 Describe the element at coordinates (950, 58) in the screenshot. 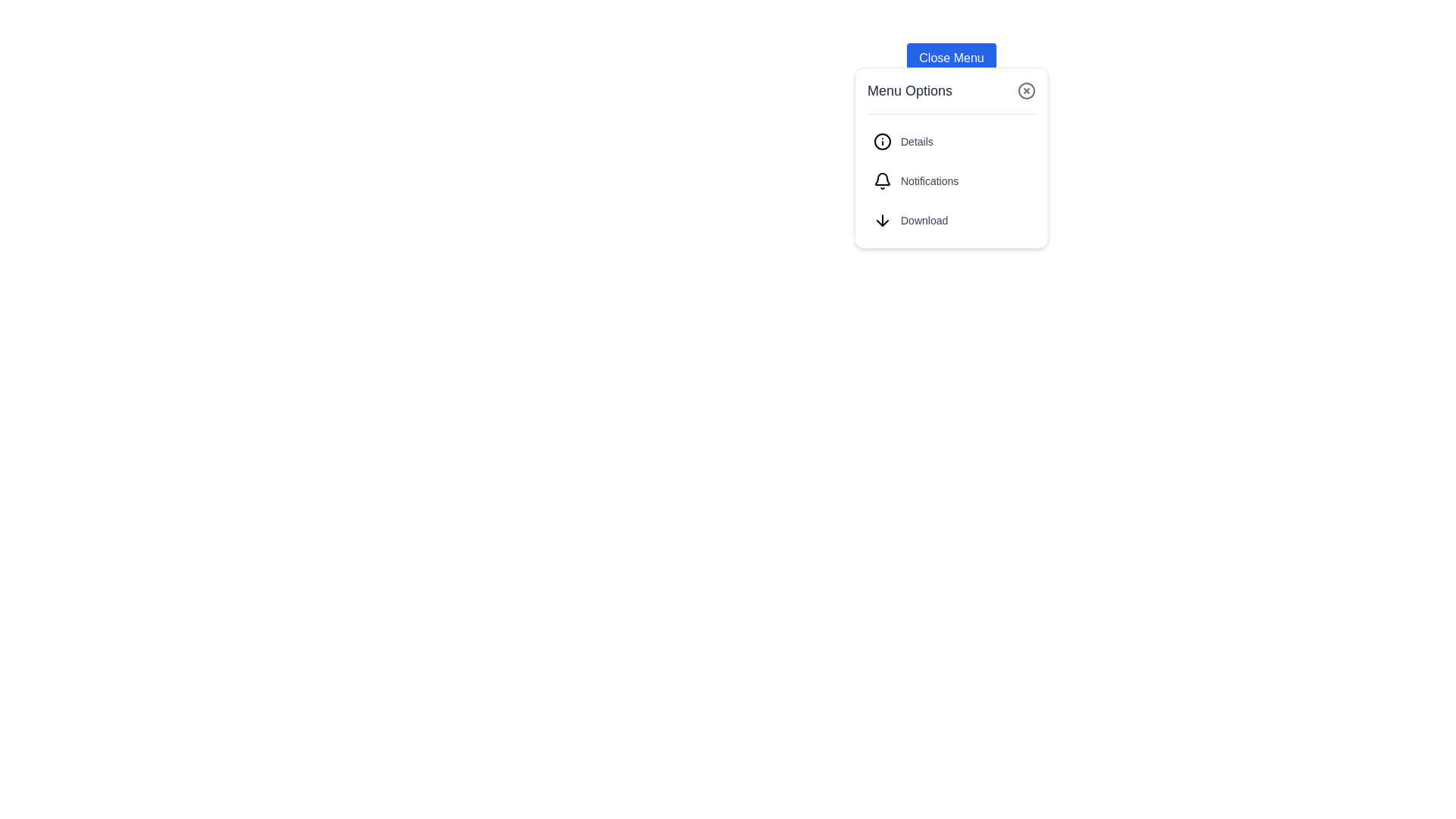

I see `the blue 'Close Menu' button with rounded edges located near the upper-middle section of the modal` at that location.